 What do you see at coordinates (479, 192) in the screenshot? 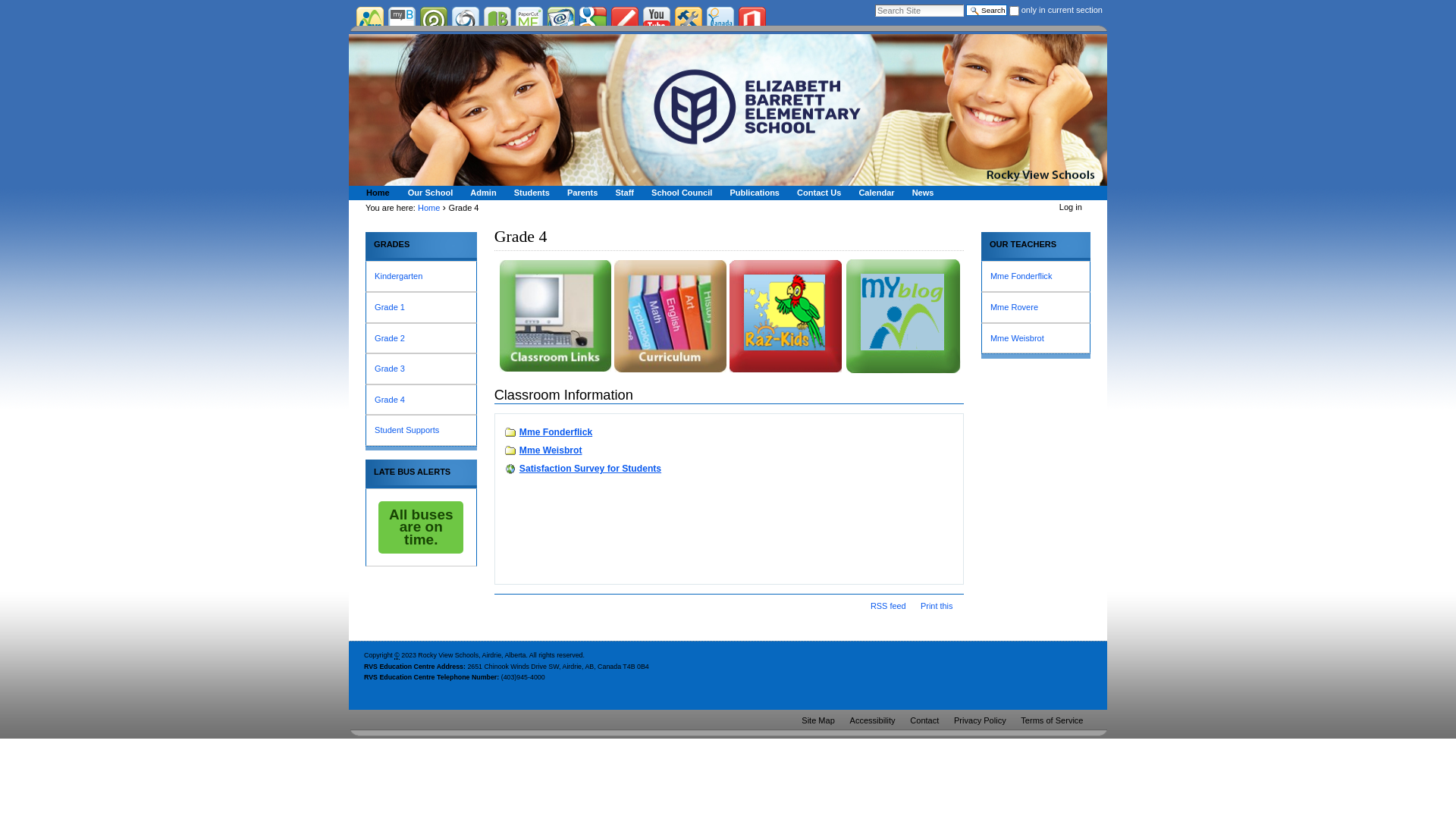
I see `'Admin'` at bounding box center [479, 192].